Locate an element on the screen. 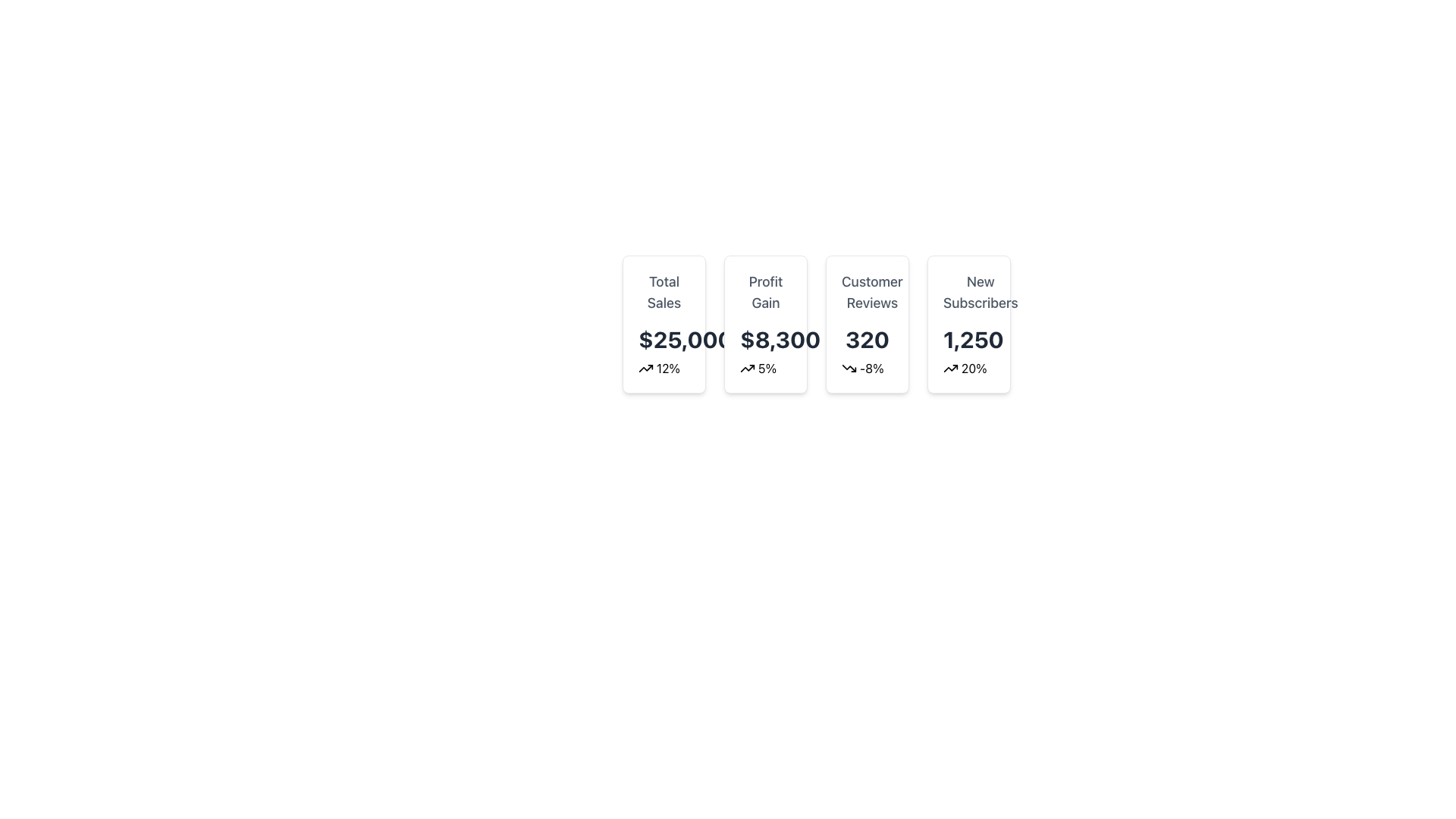  the small upward trending green arrow icon located to the left of the '20%' text within the 'New Subscribers' card is located at coordinates (949, 369).